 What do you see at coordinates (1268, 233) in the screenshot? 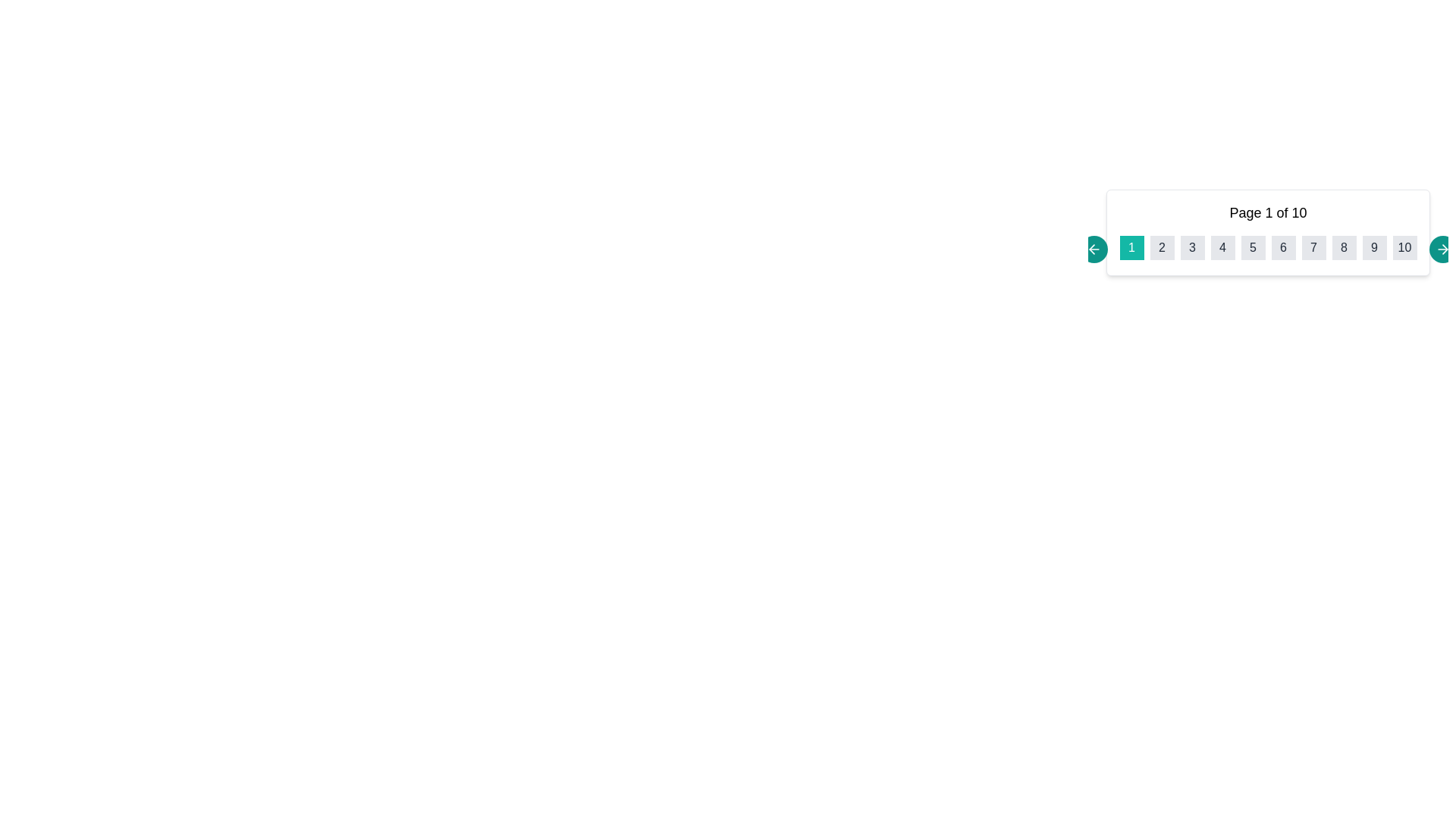
I see `the navigation button on the pagination control to move to a different page` at bounding box center [1268, 233].